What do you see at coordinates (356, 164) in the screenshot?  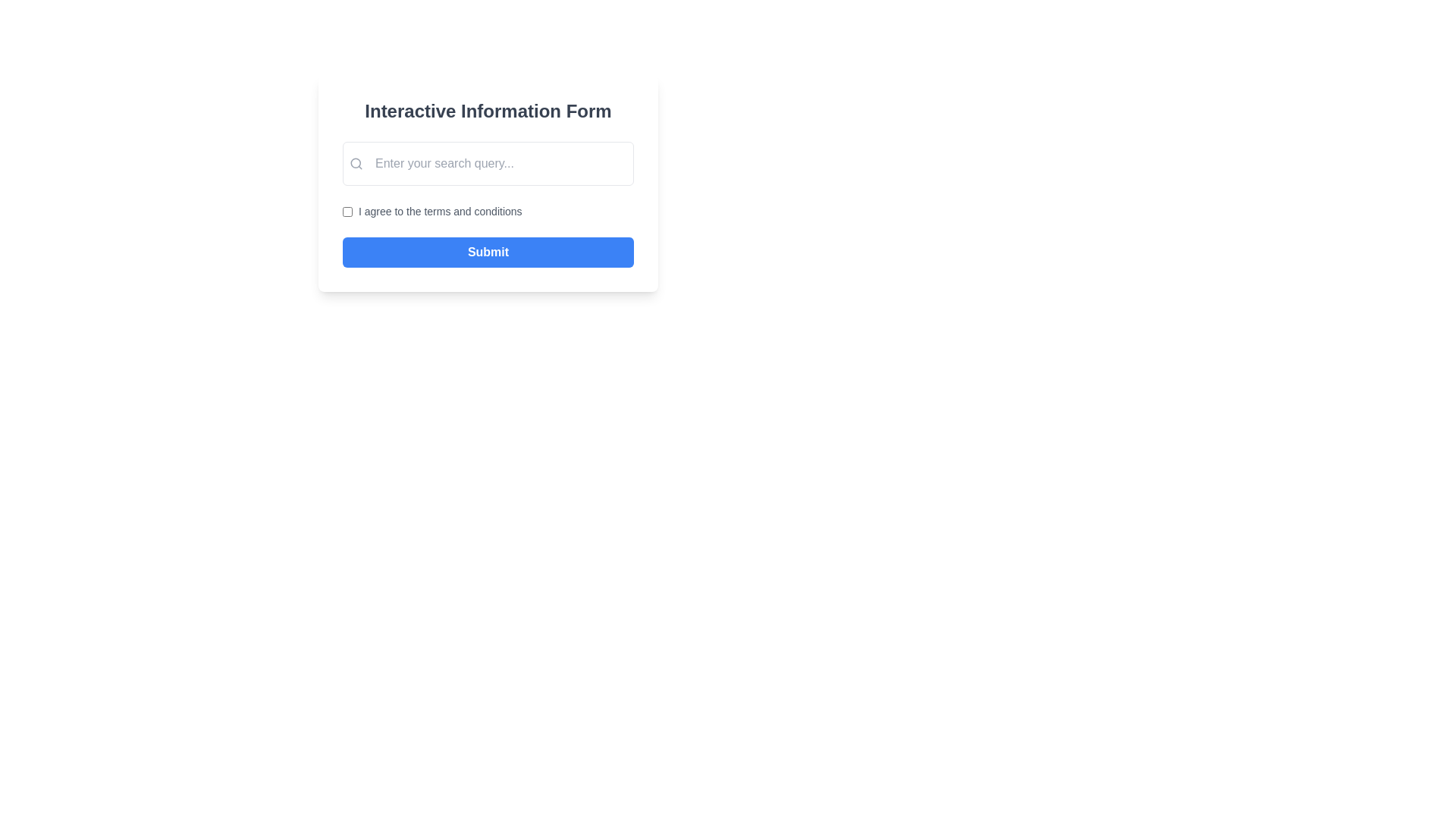 I see `the search icon located at the far left of the input area, which indicates the search functionality for entering a query` at bounding box center [356, 164].